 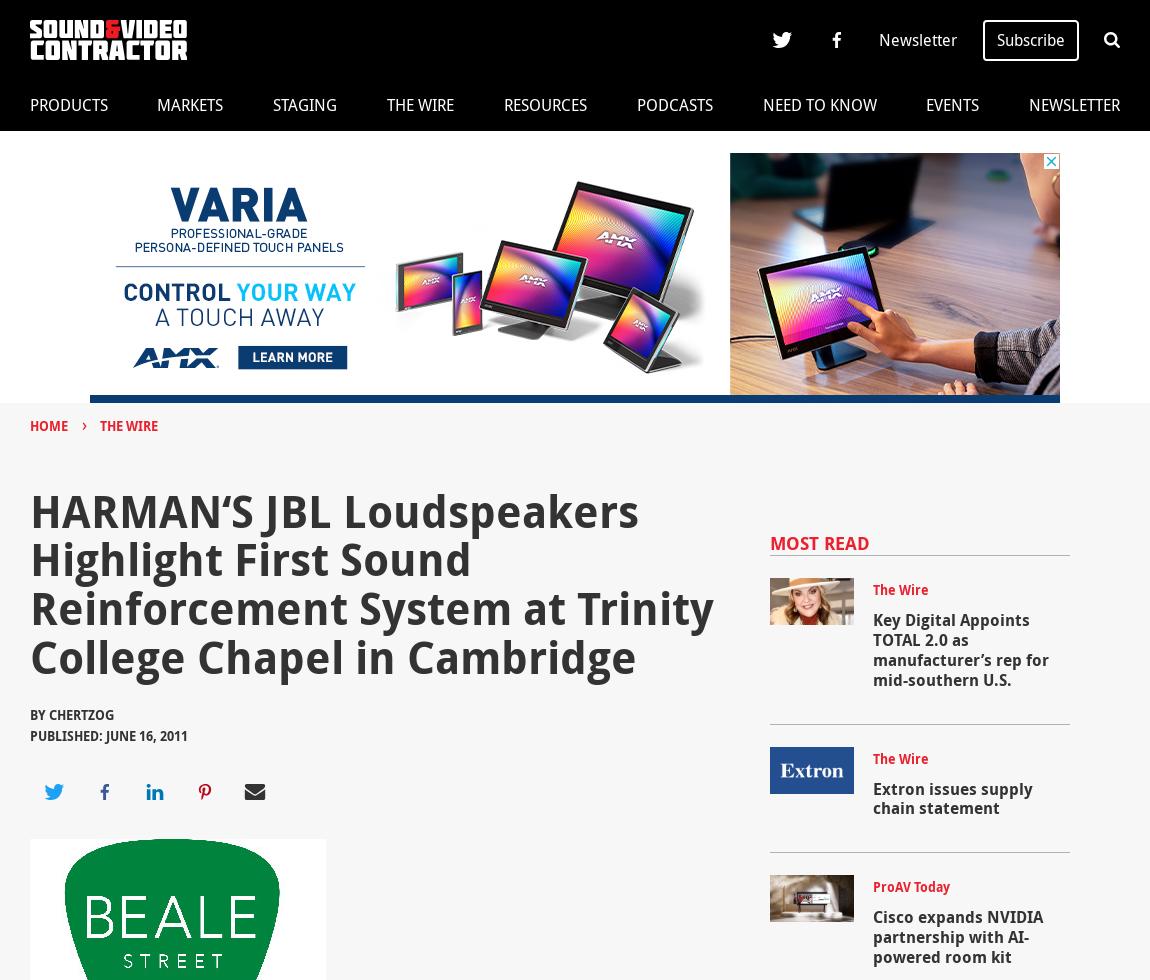 What do you see at coordinates (673, 104) in the screenshot?
I see `'Podcasts'` at bounding box center [673, 104].